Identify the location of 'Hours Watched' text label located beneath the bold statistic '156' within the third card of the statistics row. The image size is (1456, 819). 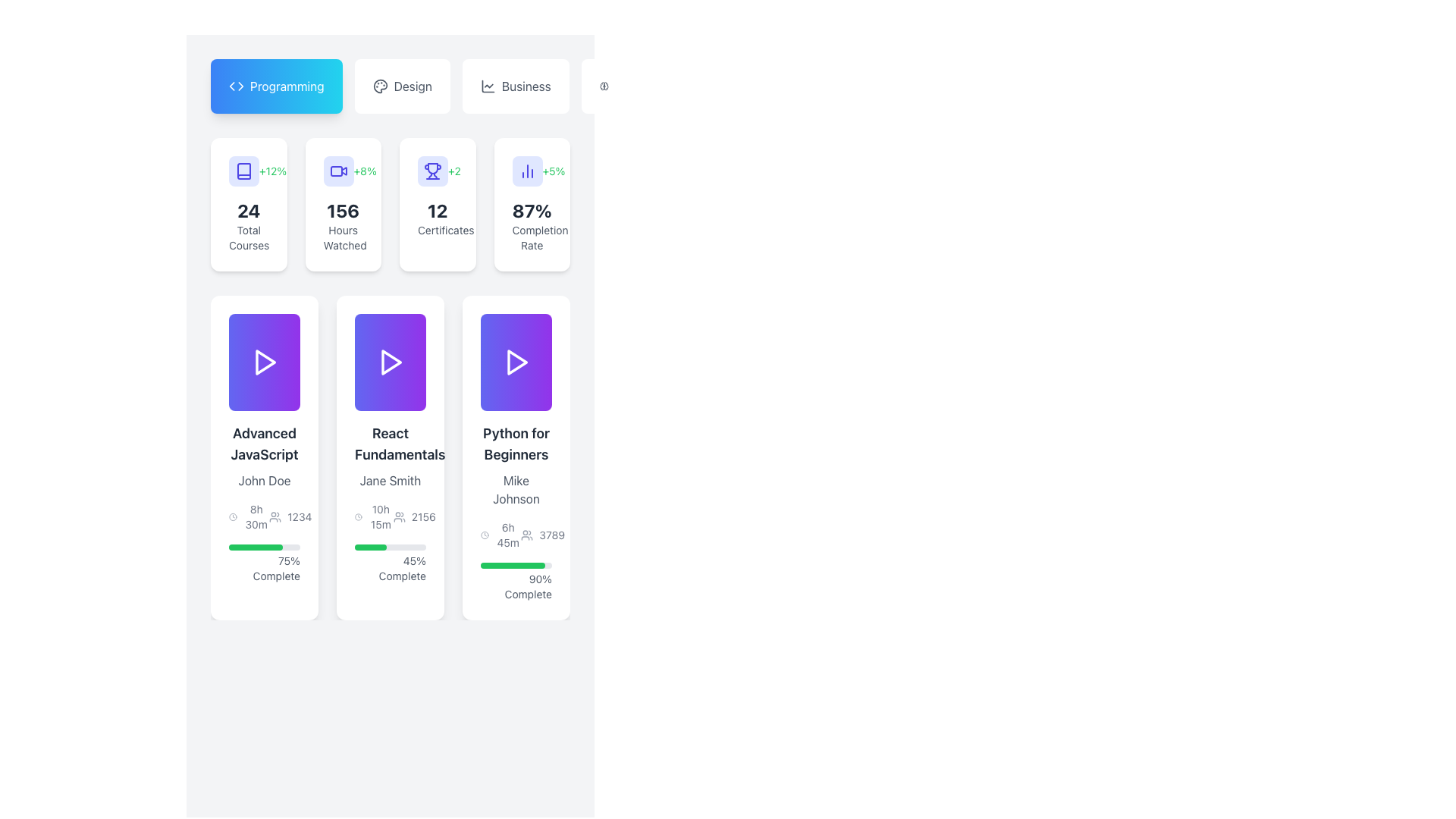
(342, 237).